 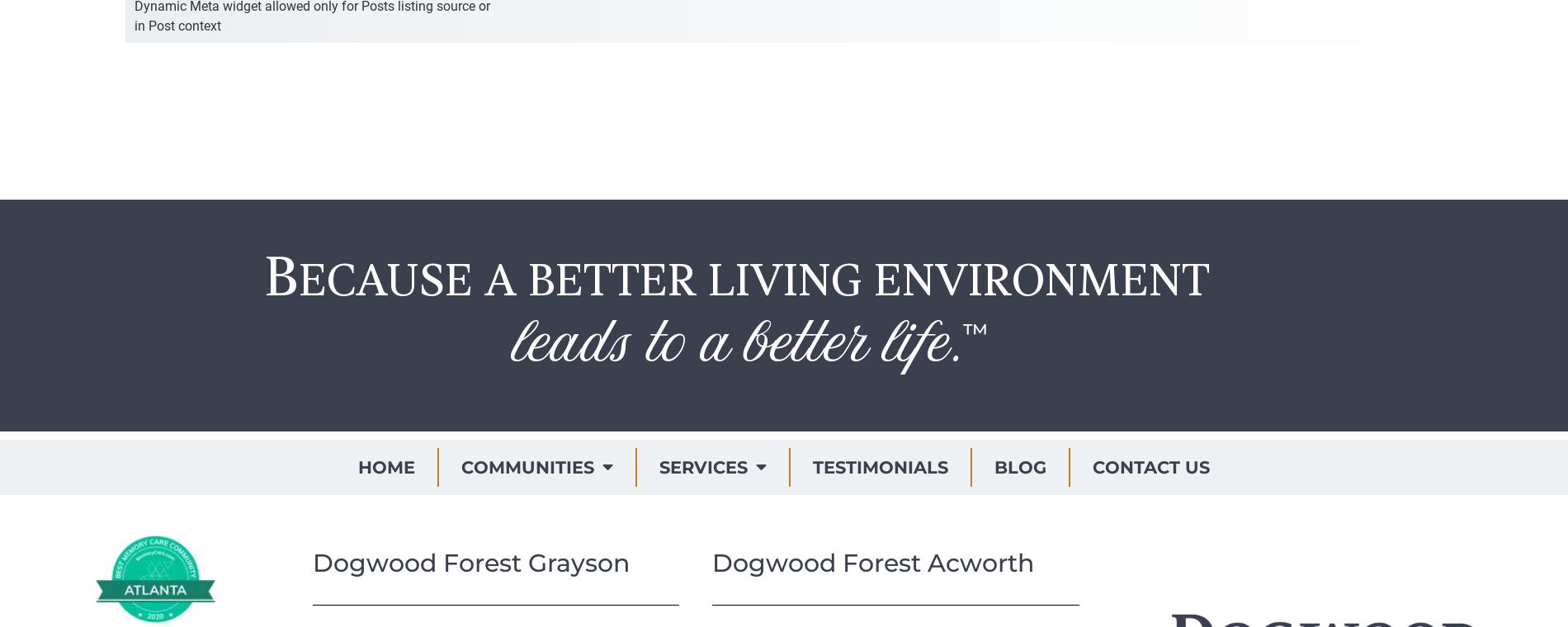 What do you see at coordinates (1019, 466) in the screenshot?
I see `'Blog'` at bounding box center [1019, 466].